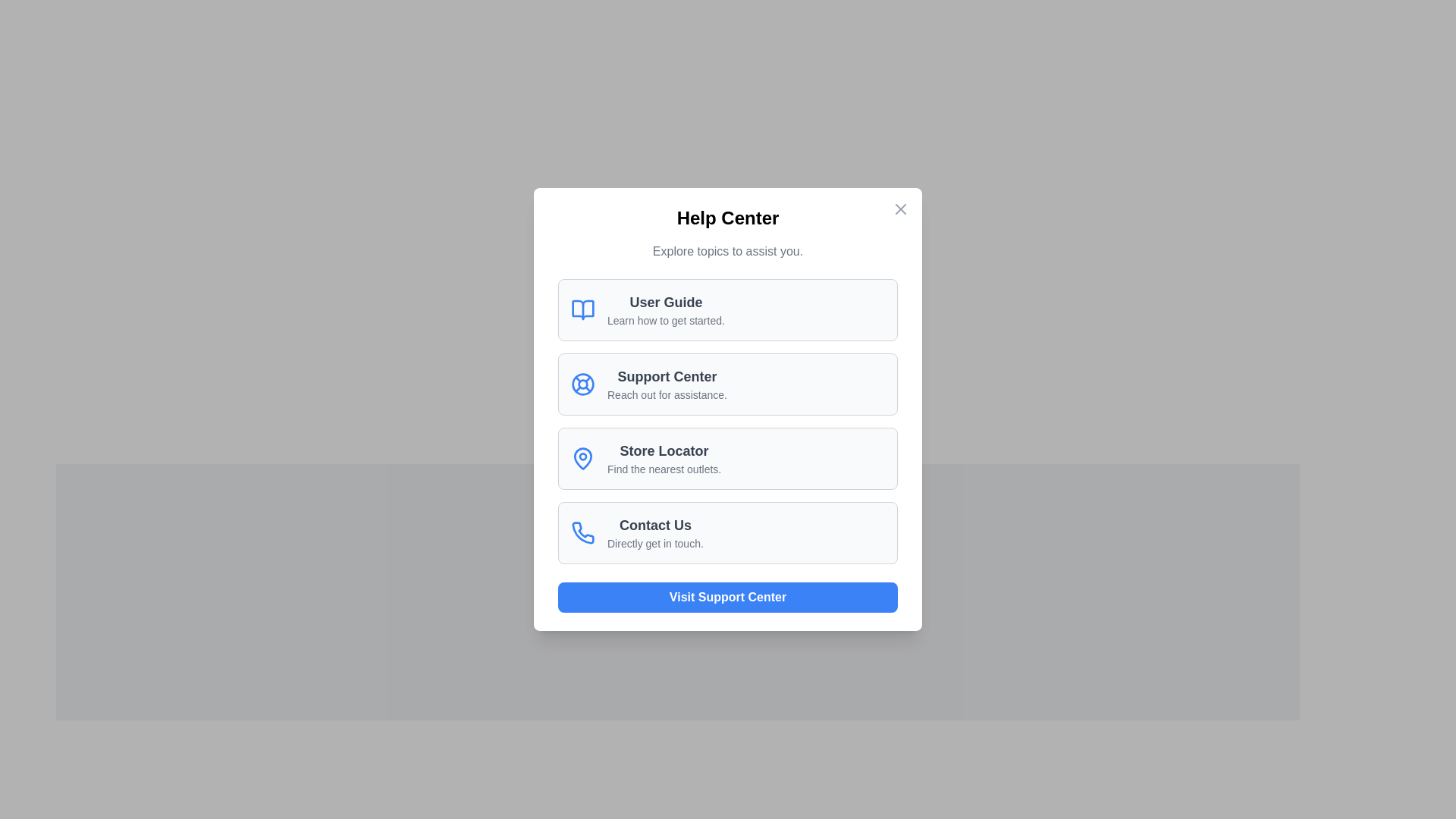  Describe the element at coordinates (582, 383) in the screenshot. I see `the help icon located in the 'Support Center' section, to the left of the text 'Support Center' and 'Reach out for assistance.'` at that location.